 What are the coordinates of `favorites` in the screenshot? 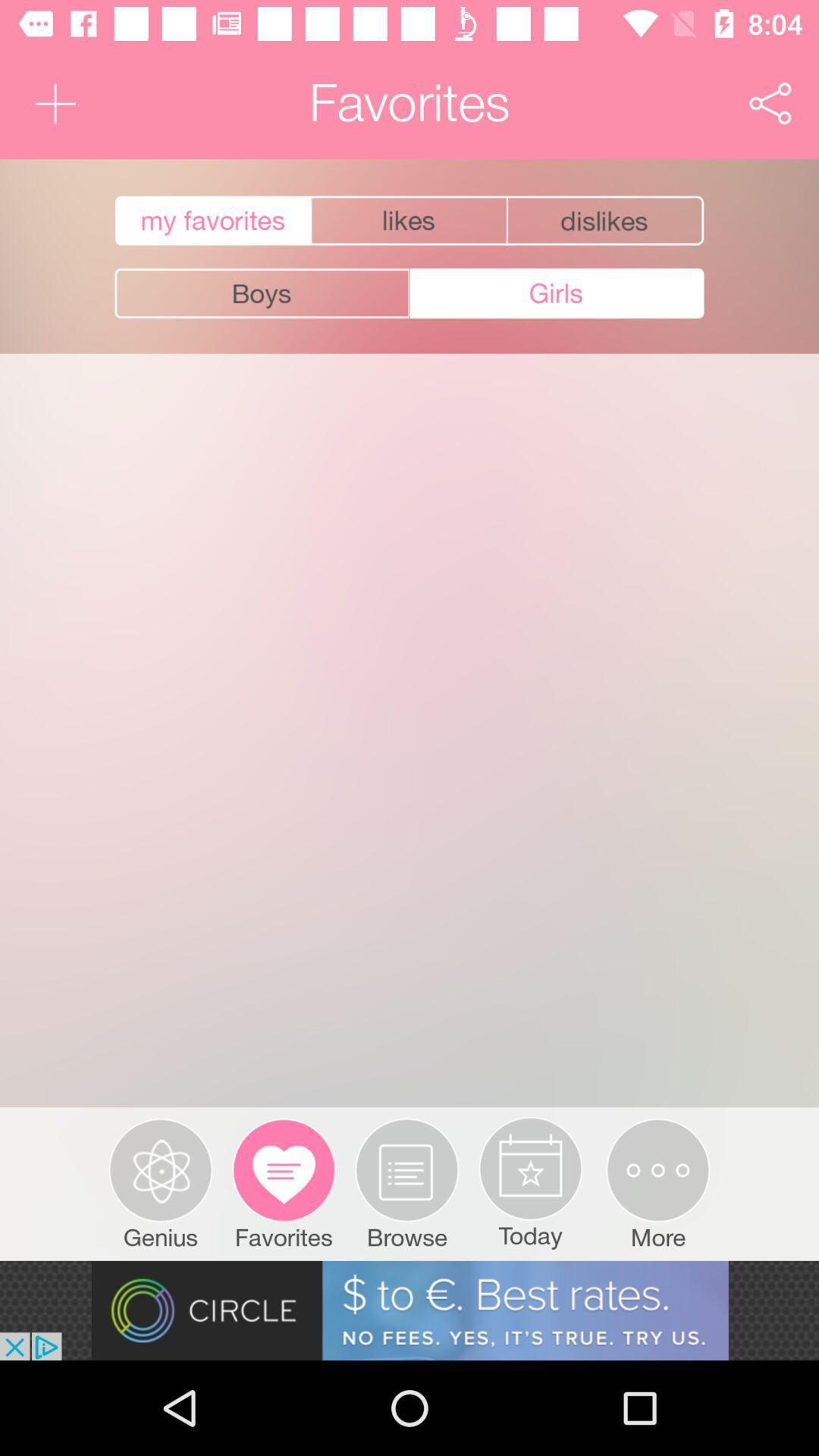 It's located at (211, 220).